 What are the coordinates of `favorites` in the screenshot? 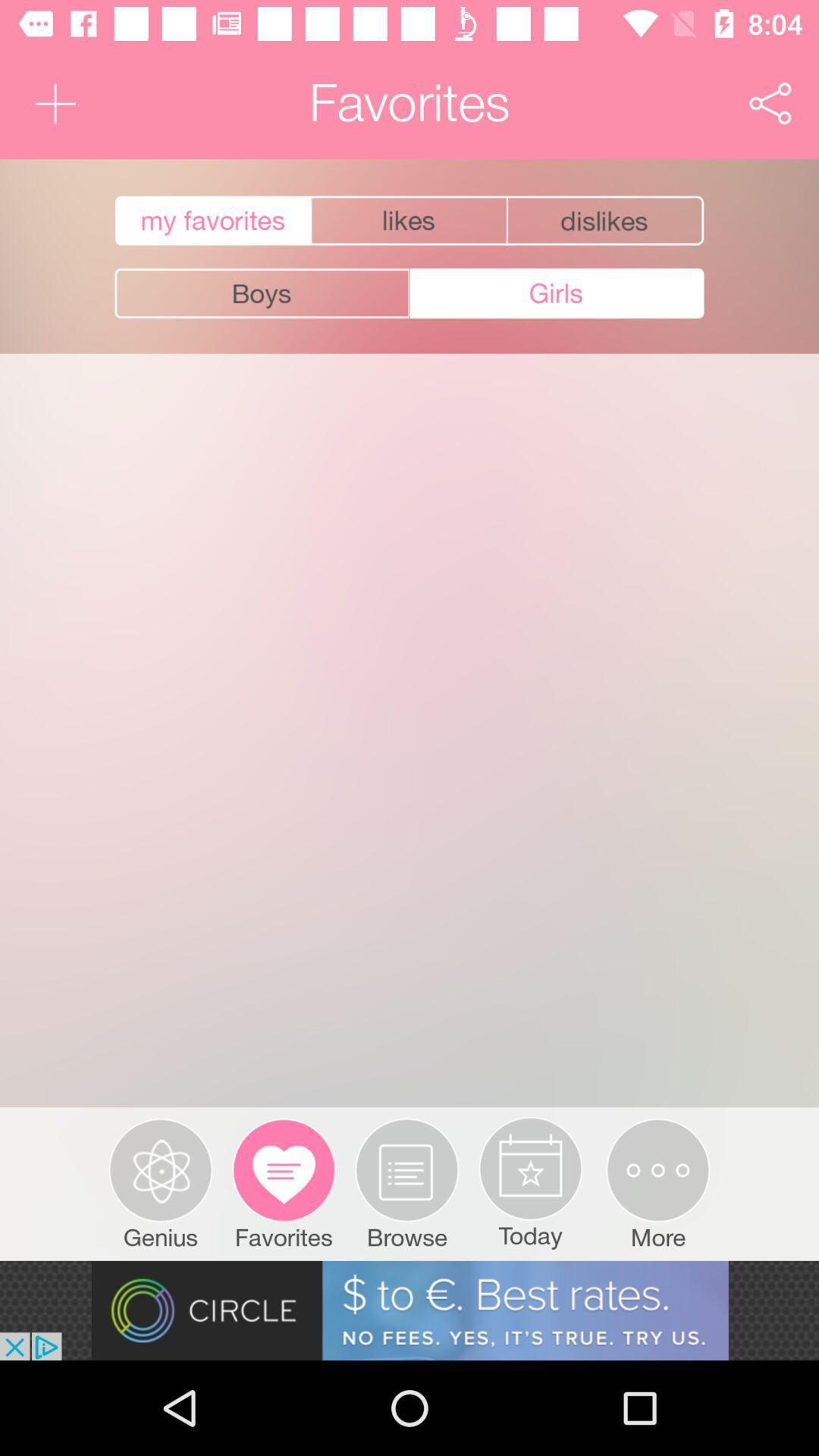 It's located at (211, 220).